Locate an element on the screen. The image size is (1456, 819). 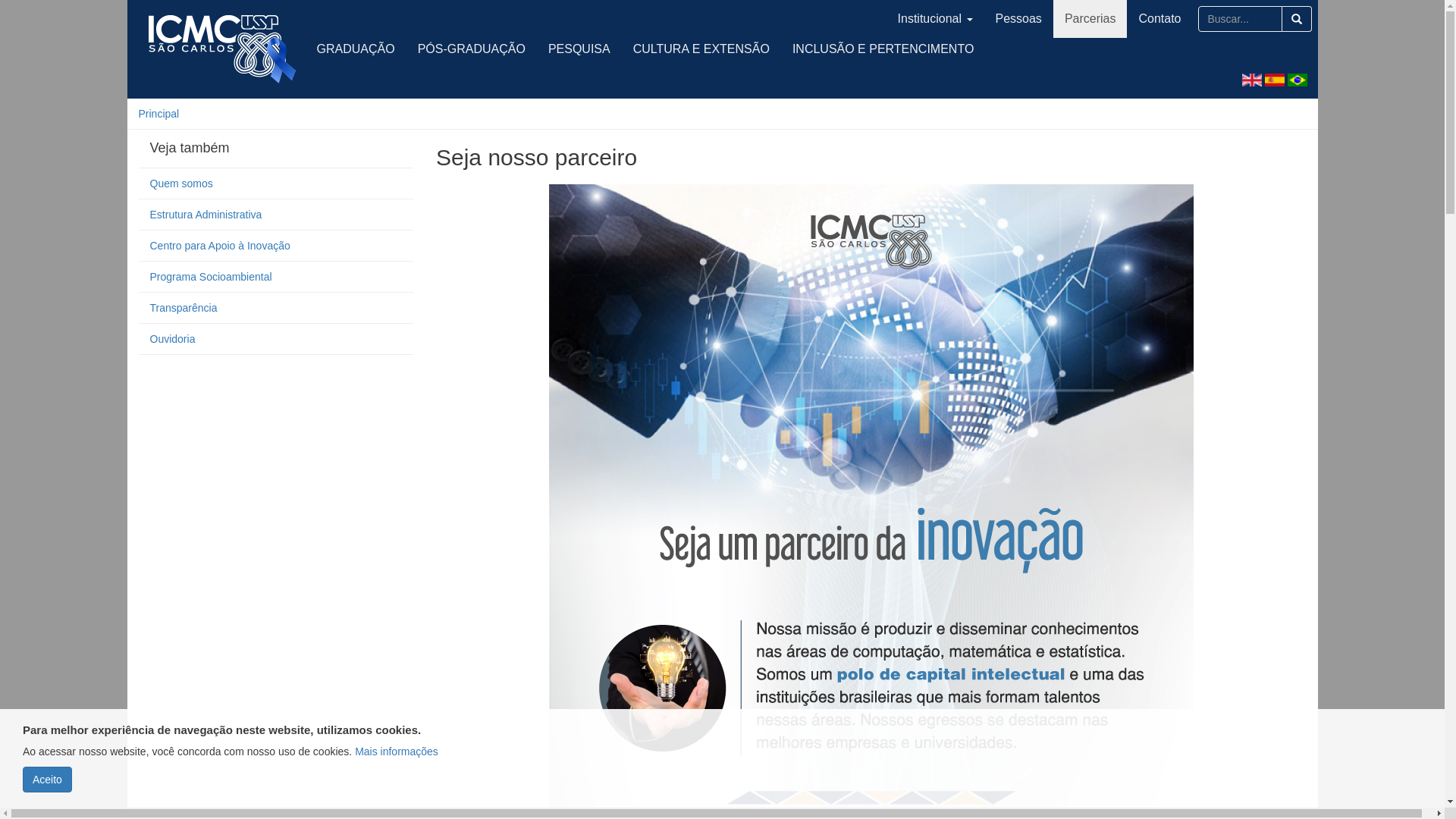
'Estrutura Administrativa' is located at coordinates (275, 215).